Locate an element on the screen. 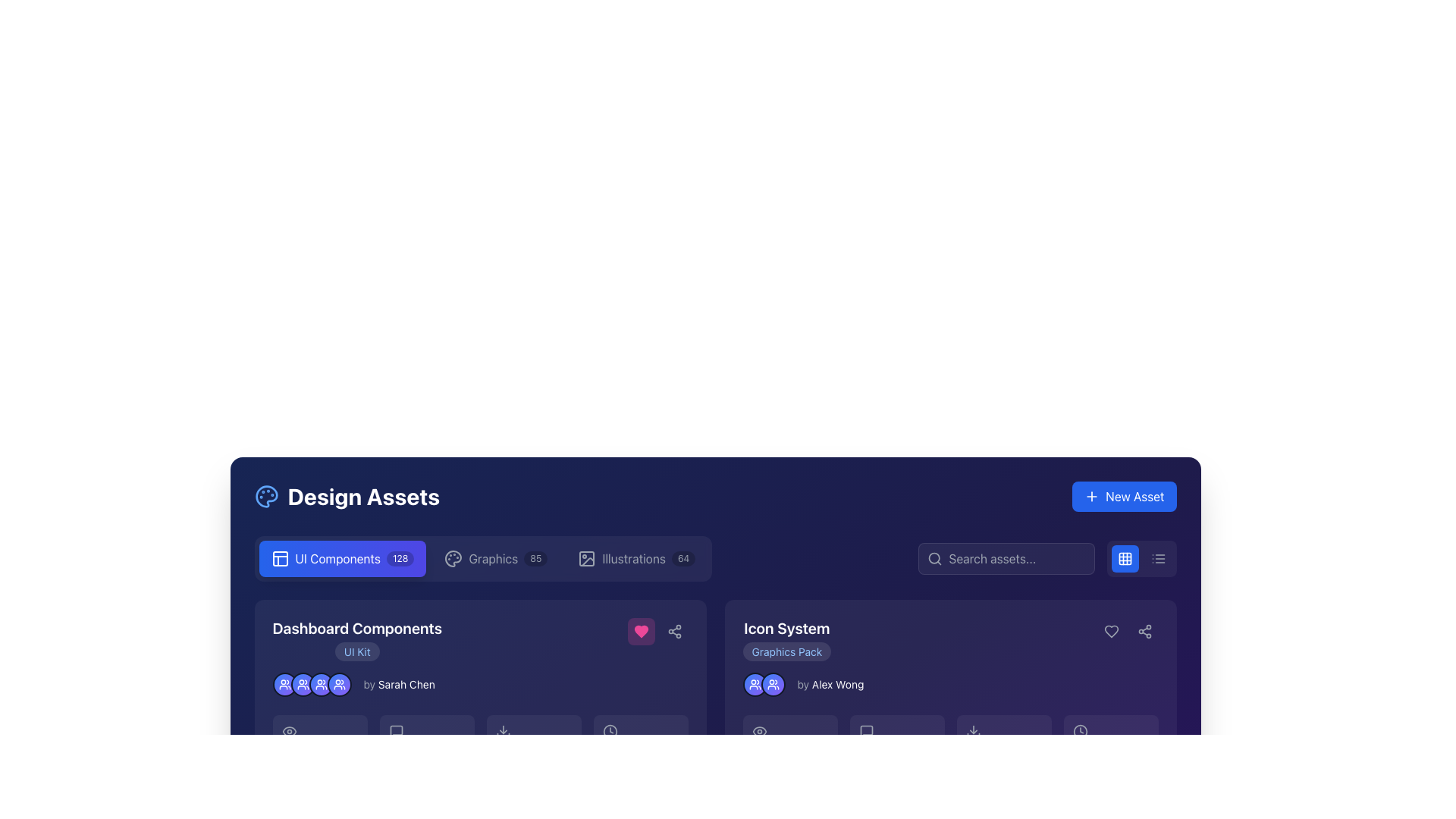  text displayed by the element showing '2.4k' in white text, located in the first column of the grid layout under 'Dashboard Components' is located at coordinates (319, 742).